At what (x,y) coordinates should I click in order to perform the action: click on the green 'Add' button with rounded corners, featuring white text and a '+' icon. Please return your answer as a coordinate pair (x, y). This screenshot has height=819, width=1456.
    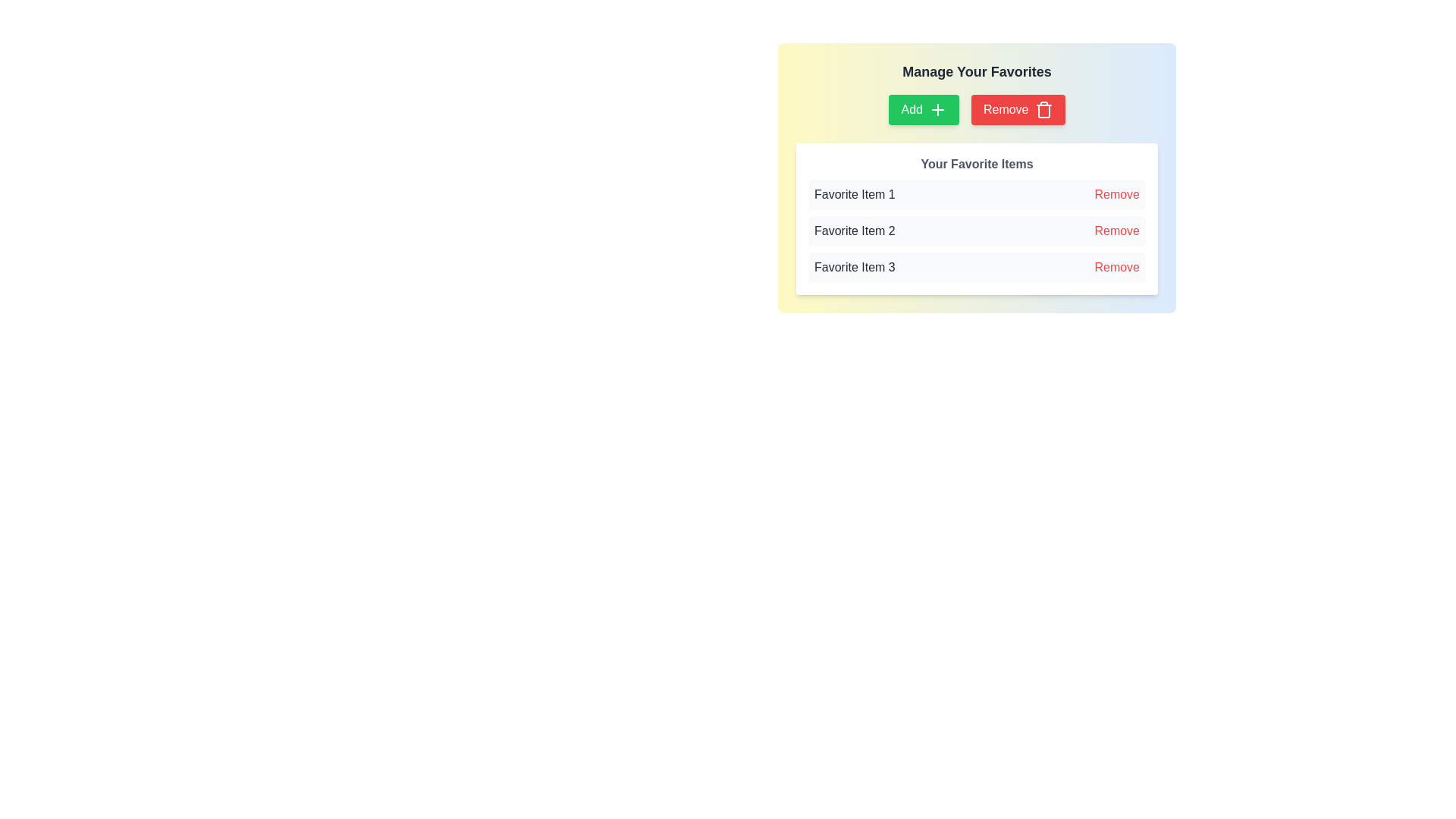
    Looking at the image, I should click on (923, 109).